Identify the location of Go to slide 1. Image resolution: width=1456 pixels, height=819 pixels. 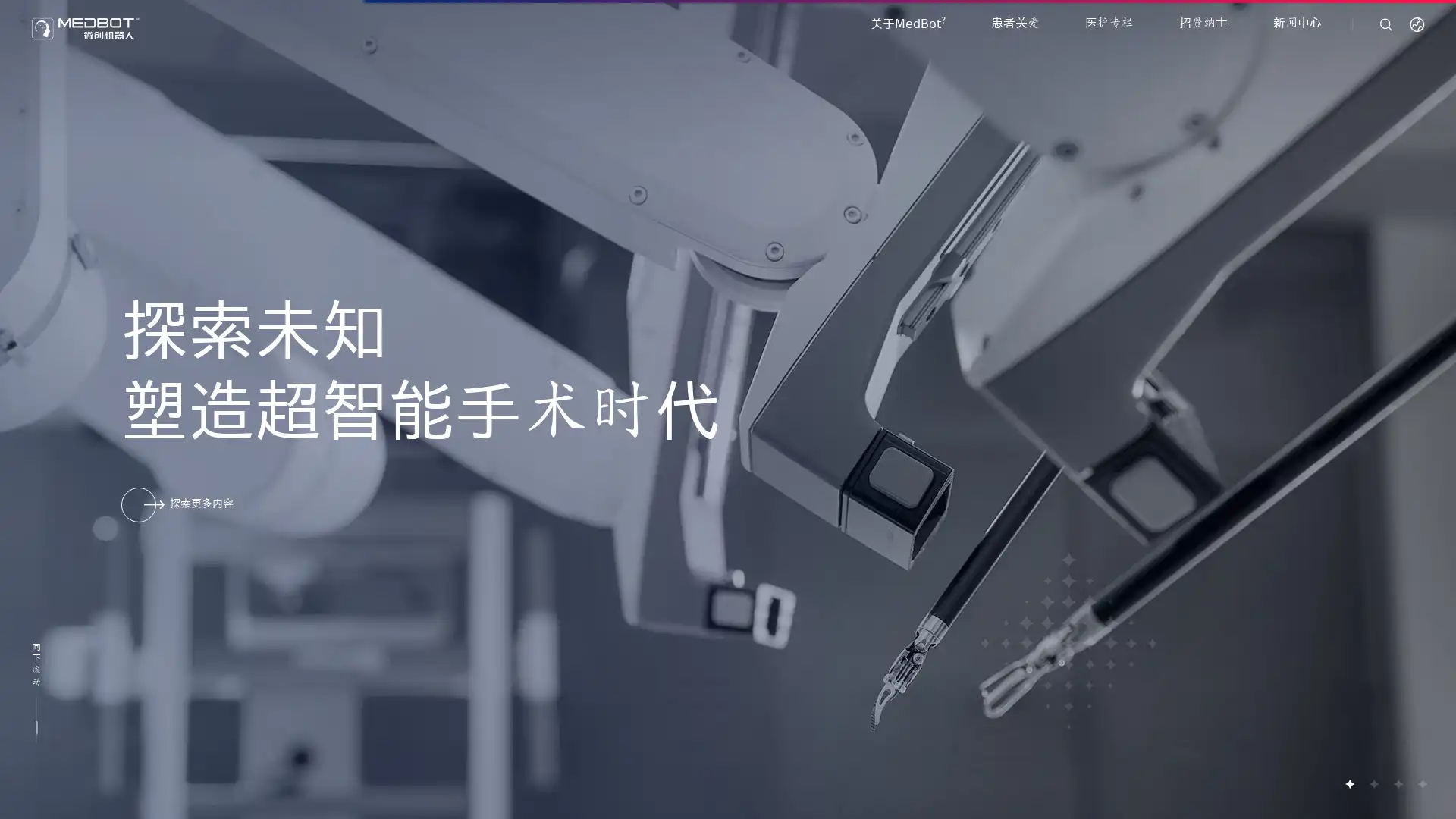
(1349, 783).